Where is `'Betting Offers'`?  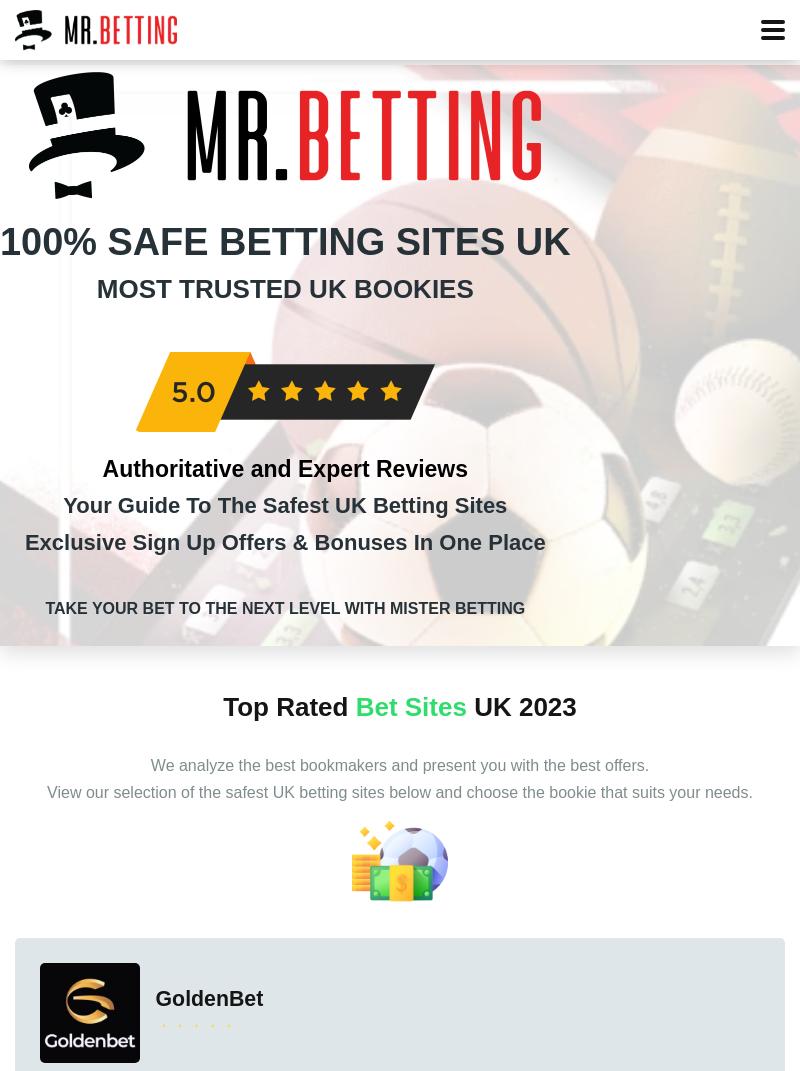
'Betting Offers' is located at coordinates (562, 185).